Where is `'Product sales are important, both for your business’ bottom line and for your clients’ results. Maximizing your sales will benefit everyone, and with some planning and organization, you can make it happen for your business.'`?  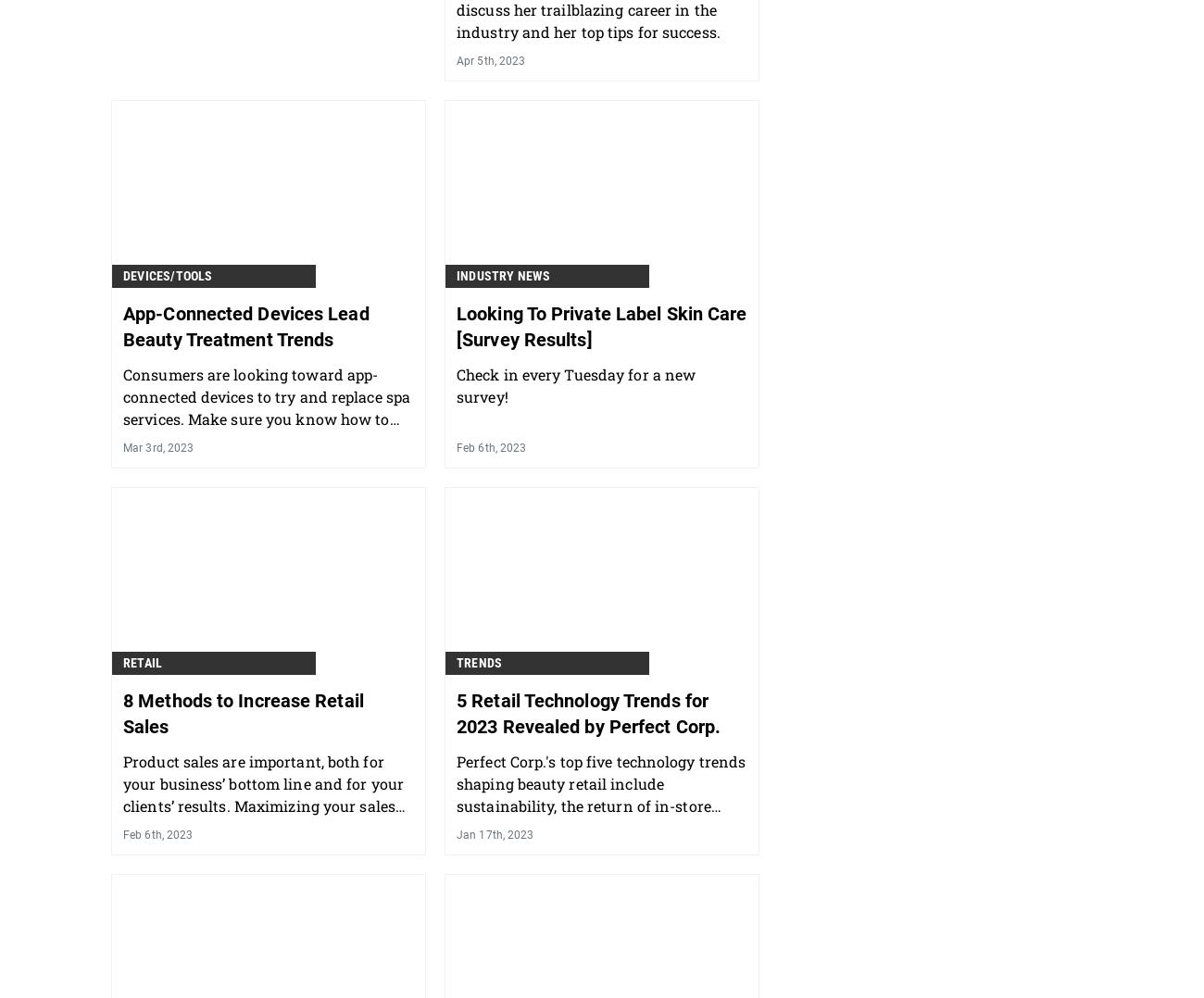 'Product sales are important, both for your business’ bottom line and for your clients’ results. Maximizing your sales will benefit everyone, and with some planning and organization, you can make it happen for your business.' is located at coordinates (263, 816).